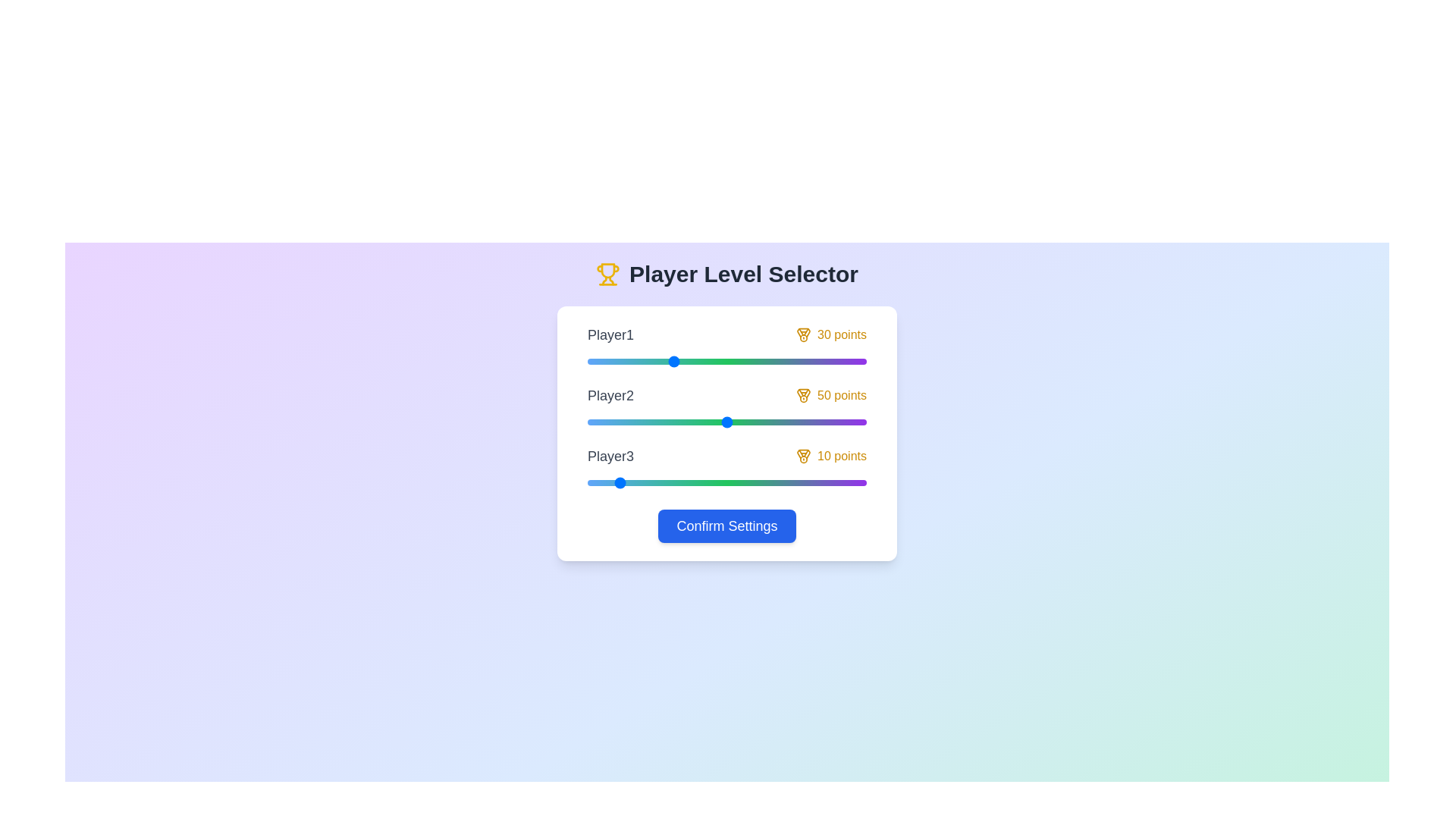  What do you see at coordinates (726, 526) in the screenshot?
I see `the 'Confirm Settings' button` at bounding box center [726, 526].